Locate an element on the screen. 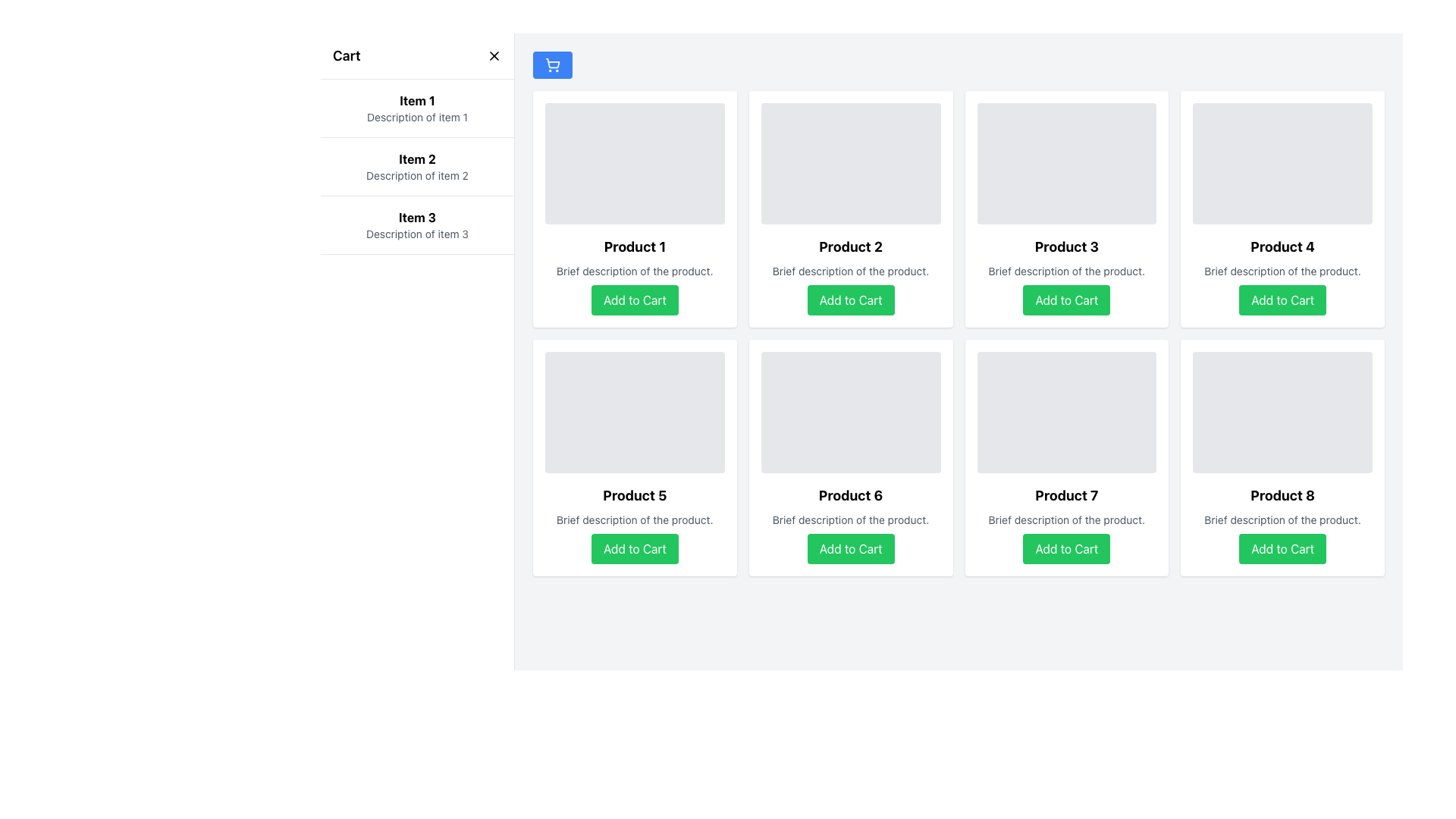 Image resolution: width=1456 pixels, height=819 pixels. the light gray decorative block with rounded corners located above the 'Add to Cart' button in the 'Product 2' card is located at coordinates (851, 164).